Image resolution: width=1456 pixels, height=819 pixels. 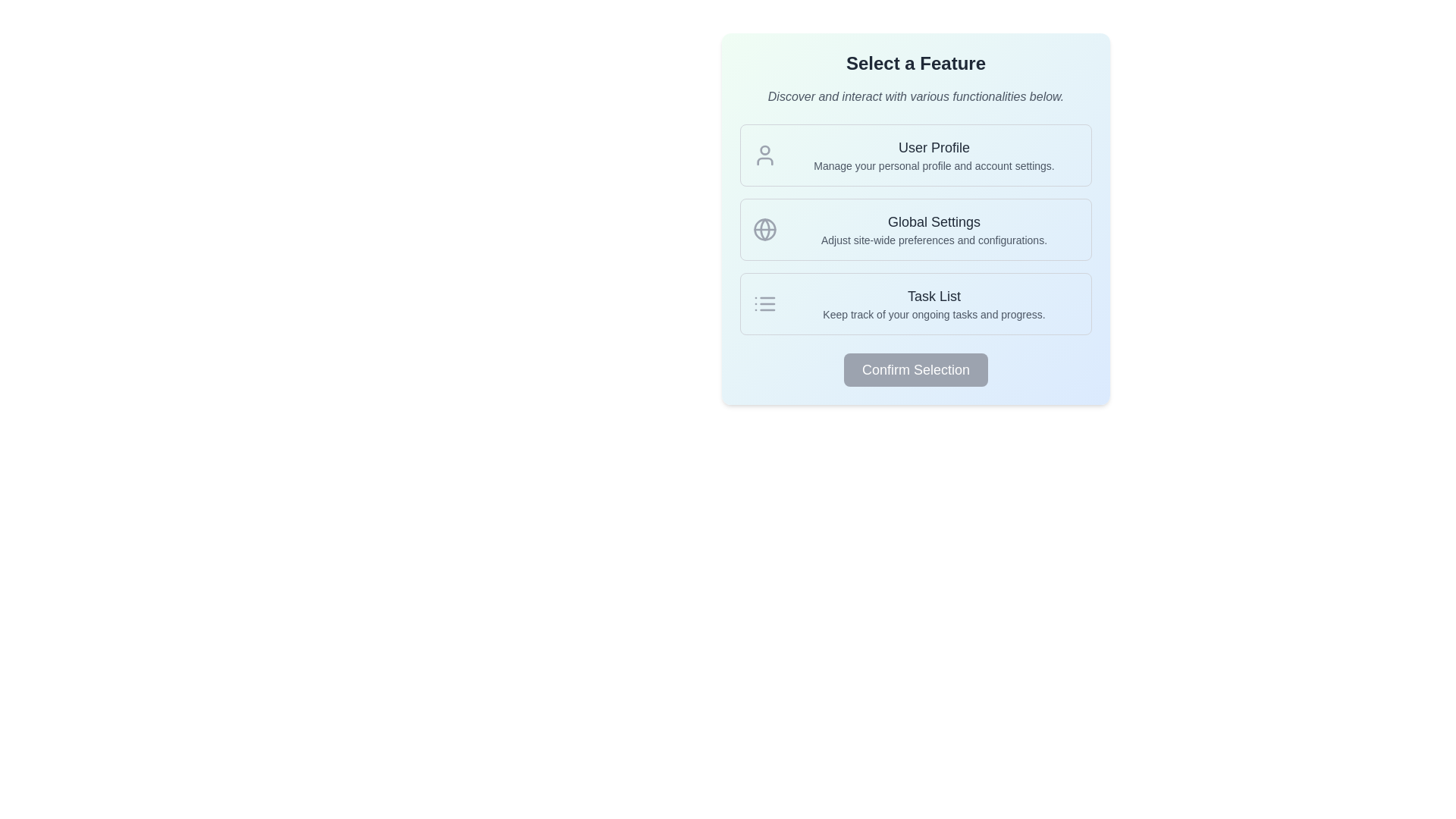 What do you see at coordinates (915, 370) in the screenshot?
I see `the disabled confirmation button located at the bottom of the interface section, which is centered horizontally and below the 'Select a Feature' options` at bounding box center [915, 370].